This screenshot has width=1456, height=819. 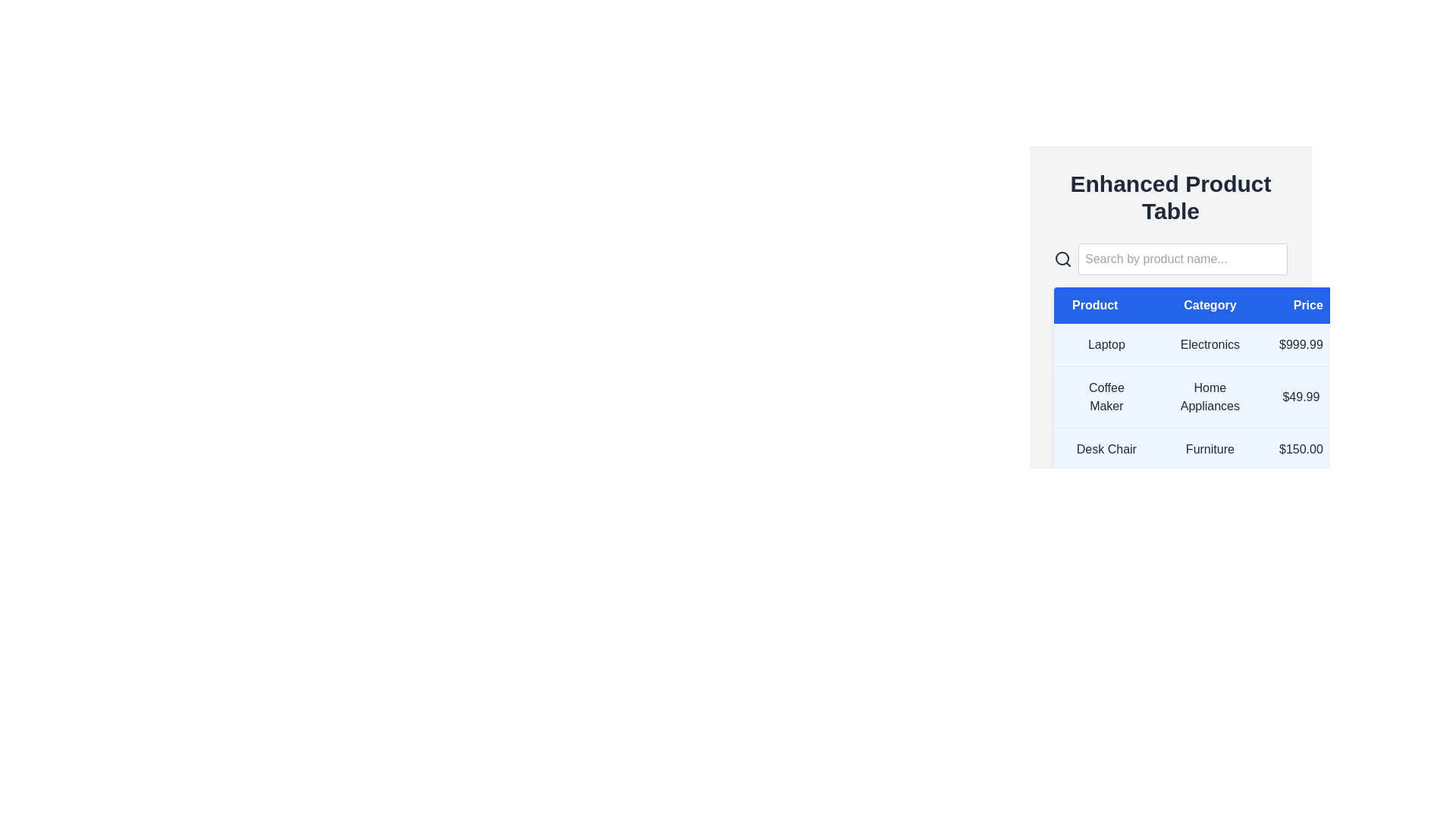 I want to click on the 'Product' column header in the table, located at the top-left corner of the header row, so click(x=1106, y=305).